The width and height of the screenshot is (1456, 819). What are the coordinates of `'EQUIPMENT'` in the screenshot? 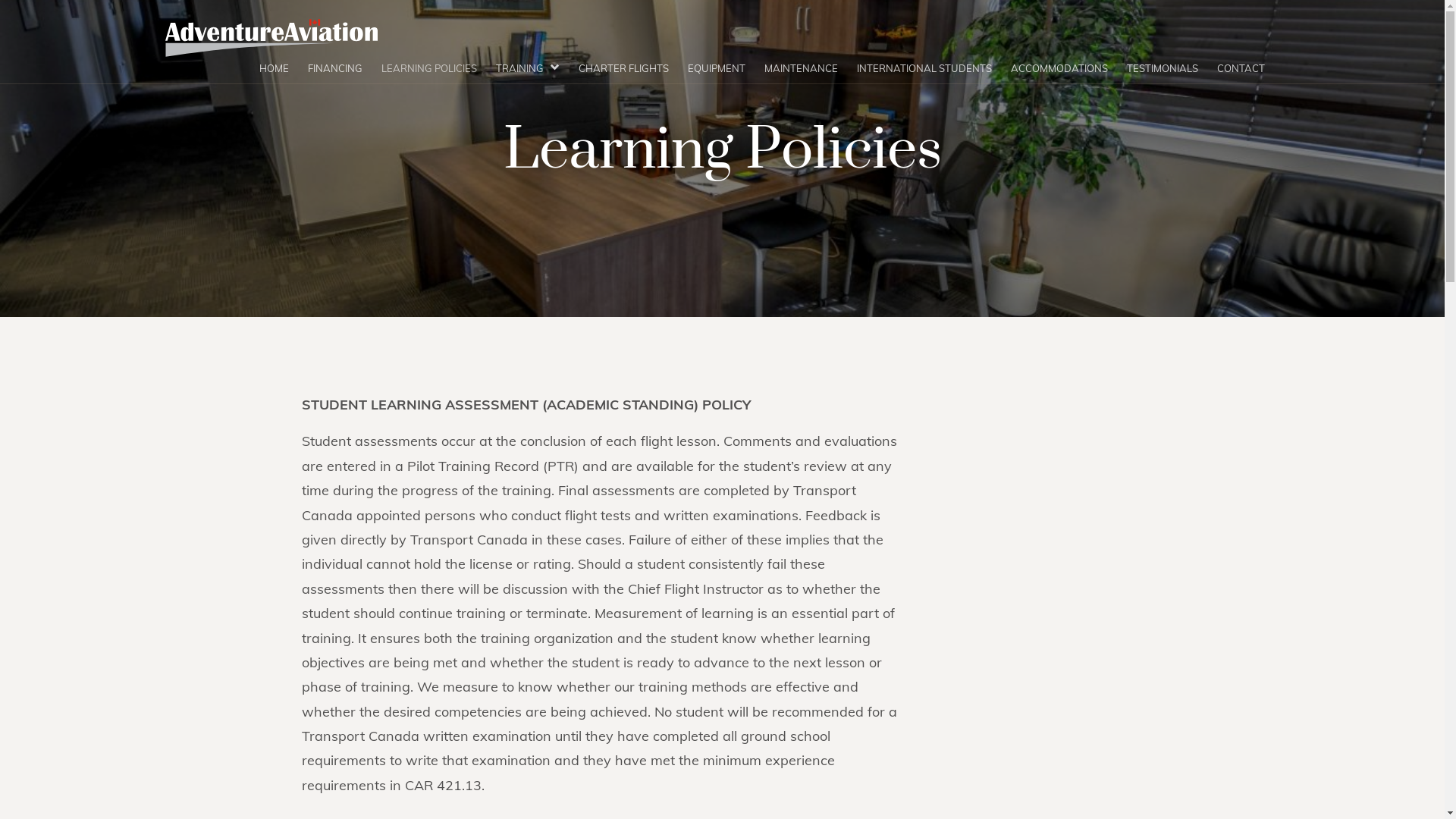 It's located at (715, 68).